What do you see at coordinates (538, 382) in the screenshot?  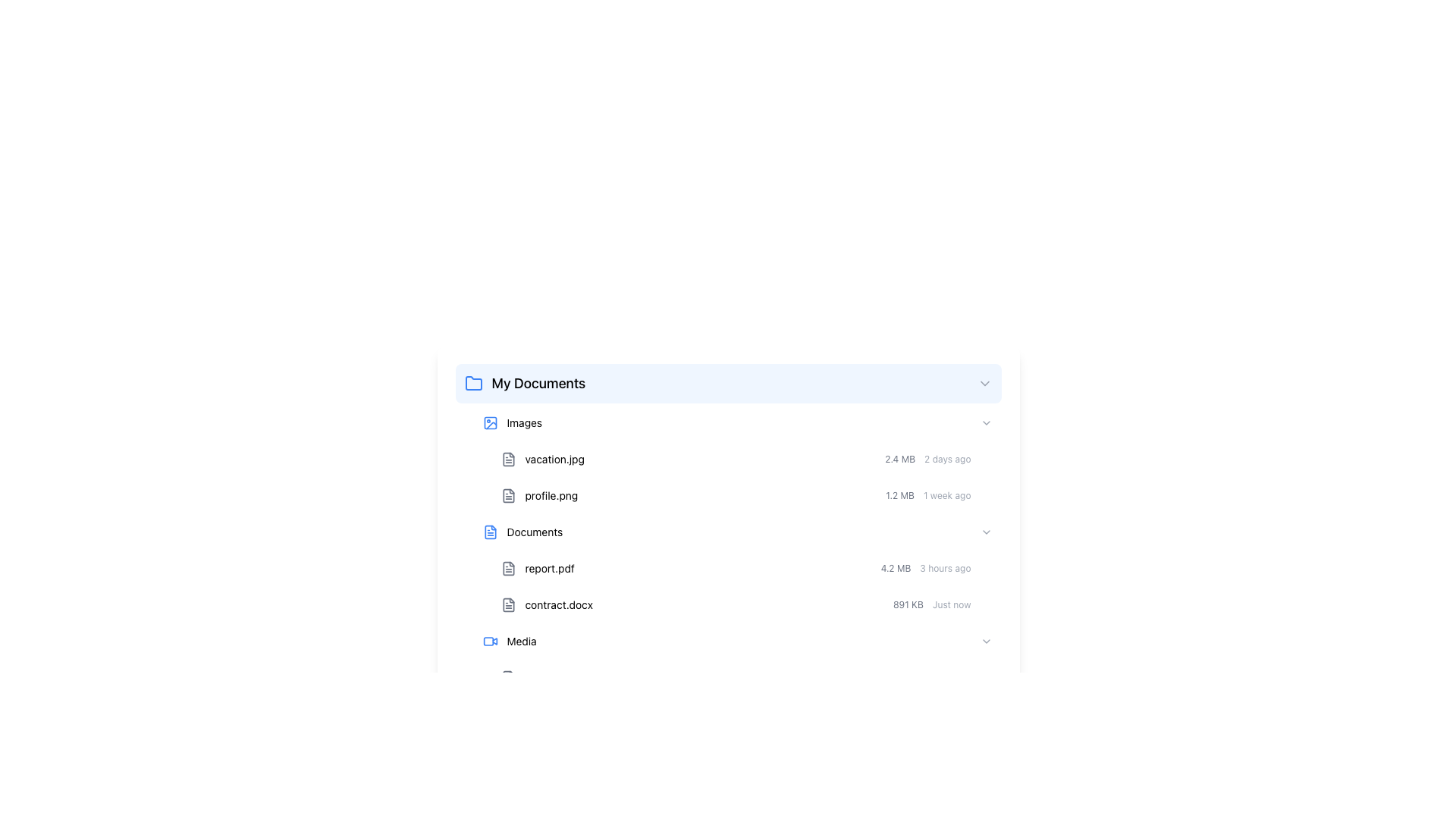 I see `the 'My Documents' text label, which is styled in black with a medium font weight and is located adjacent to a blue folder icon in the file explorer interface` at bounding box center [538, 382].